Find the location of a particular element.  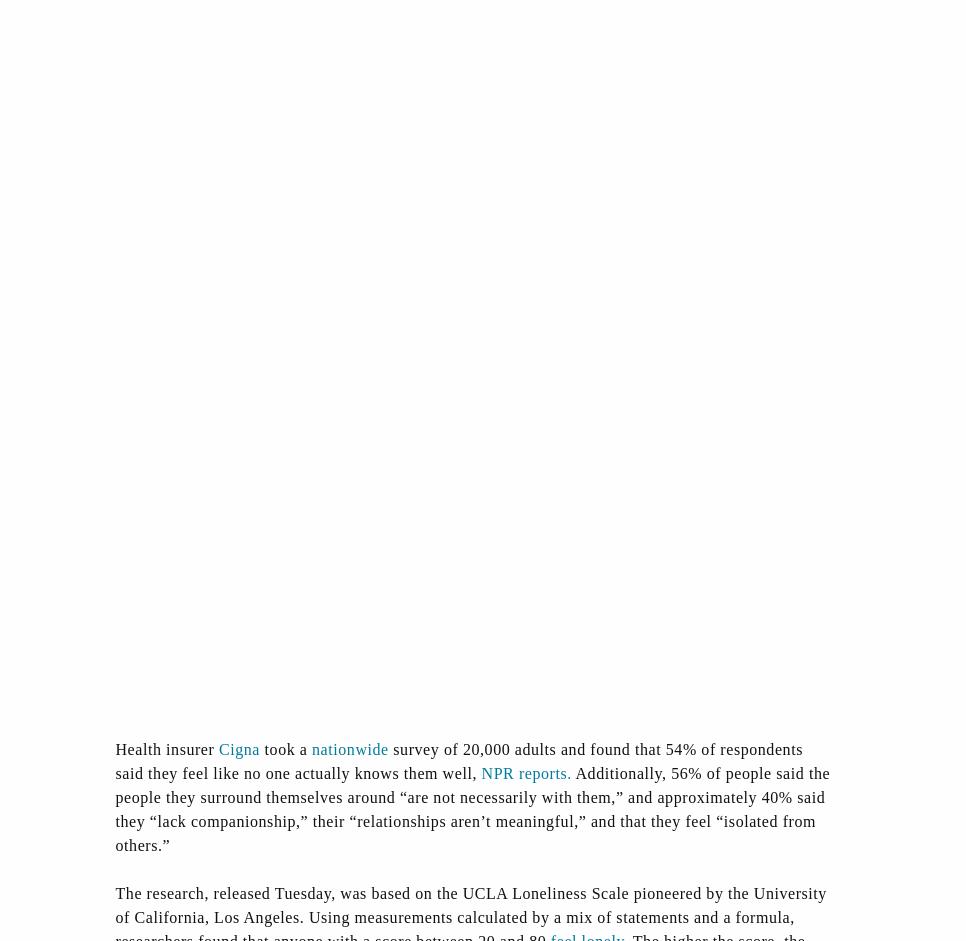

'Antitrust' is located at coordinates (766, 201).